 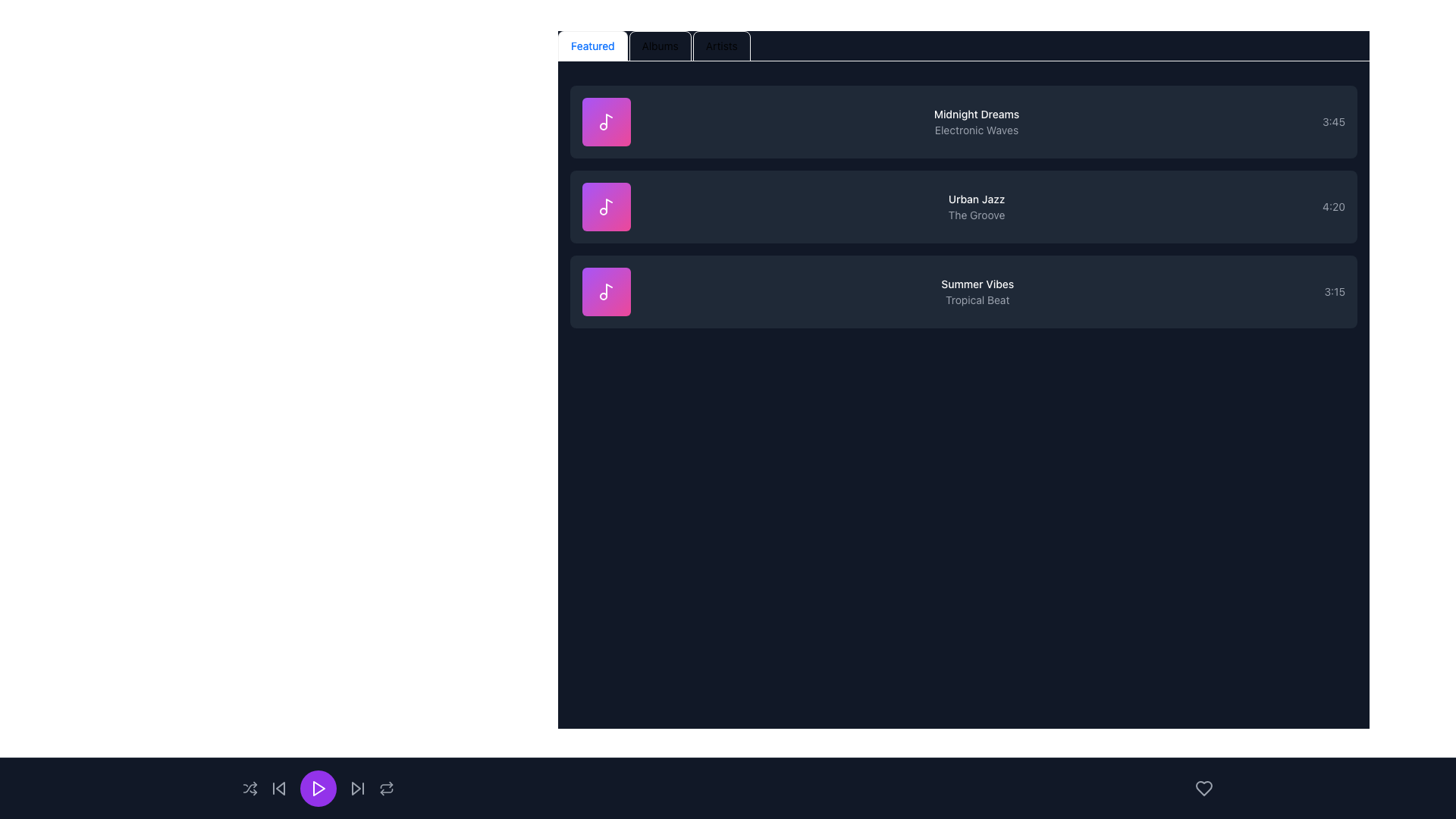 I want to click on the static text label displaying 'Summer Vibes', which is a medium-sized white font in a modern style, positioned above 'Tropical Beat' in the playlist listing, so click(x=977, y=284).